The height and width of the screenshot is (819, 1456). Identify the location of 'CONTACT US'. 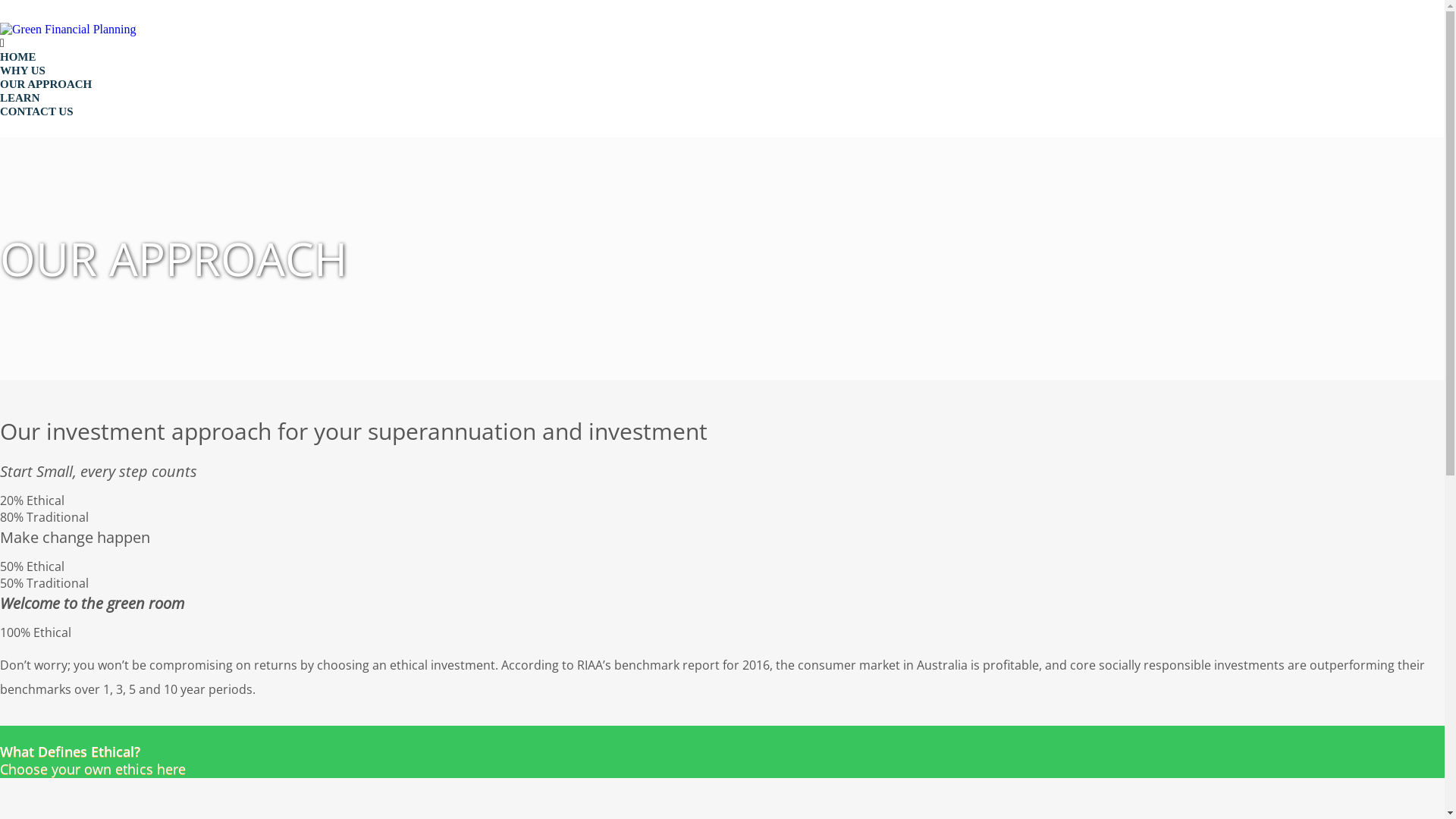
(36, 110).